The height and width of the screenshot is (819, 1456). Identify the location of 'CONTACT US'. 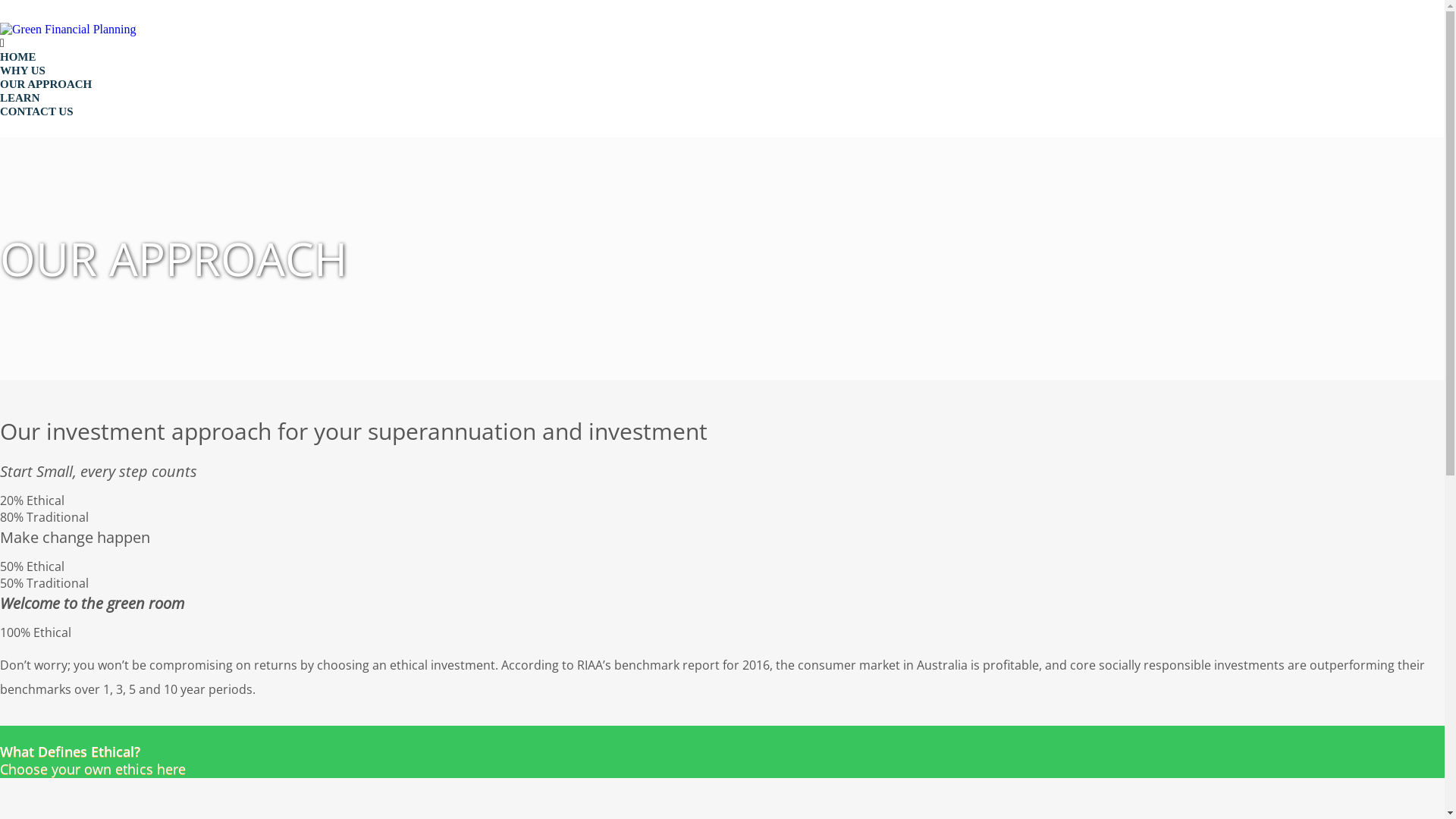
(36, 110).